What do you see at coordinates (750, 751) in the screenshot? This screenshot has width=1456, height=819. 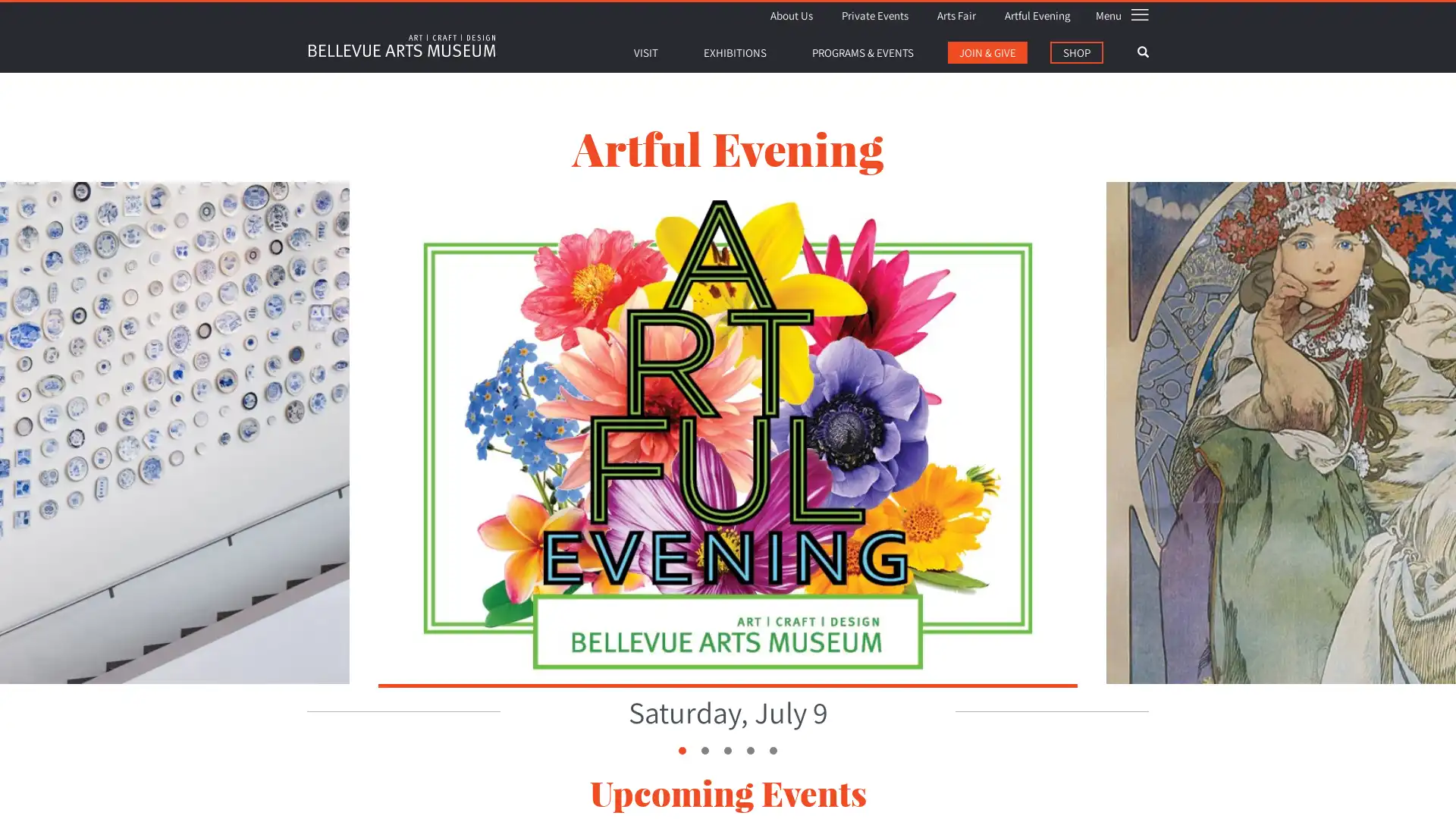 I see `4` at bounding box center [750, 751].